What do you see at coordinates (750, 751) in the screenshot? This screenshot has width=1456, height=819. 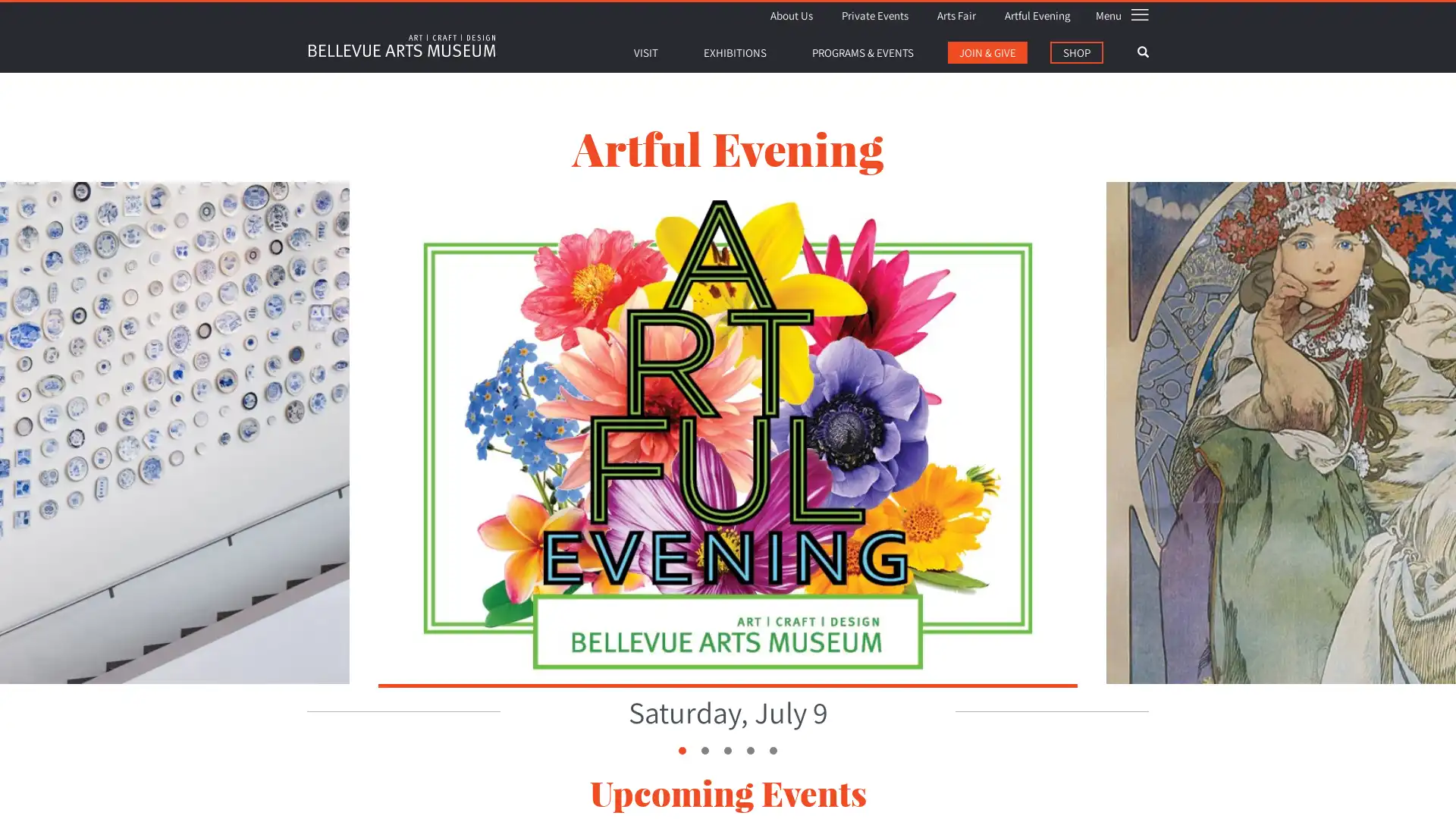 I see `4` at bounding box center [750, 751].